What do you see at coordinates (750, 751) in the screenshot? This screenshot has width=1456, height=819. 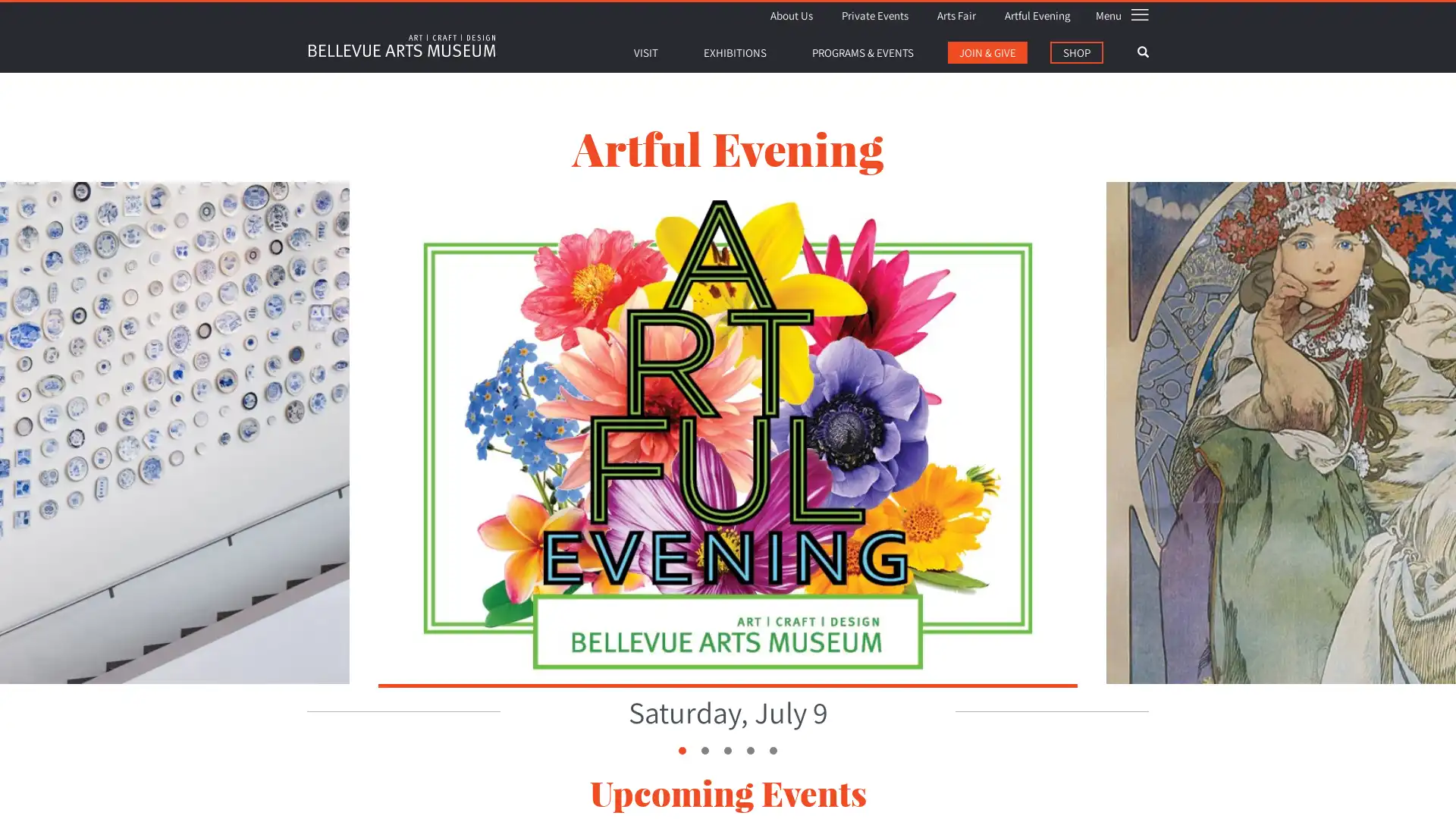 I see `4` at bounding box center [750, 751].